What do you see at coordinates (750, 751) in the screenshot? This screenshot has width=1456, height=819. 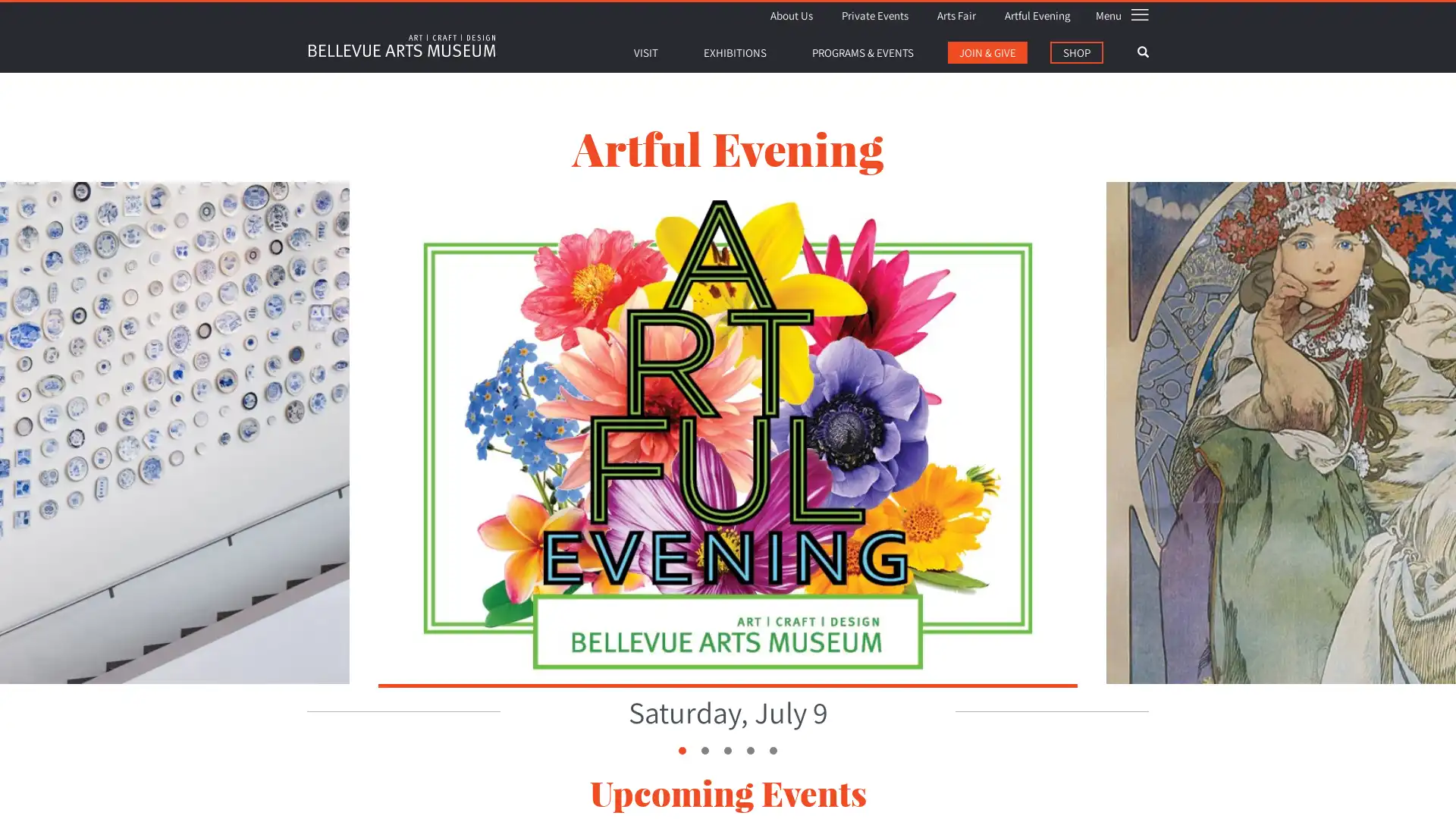 I see `4` at bounding box center [750, 751].